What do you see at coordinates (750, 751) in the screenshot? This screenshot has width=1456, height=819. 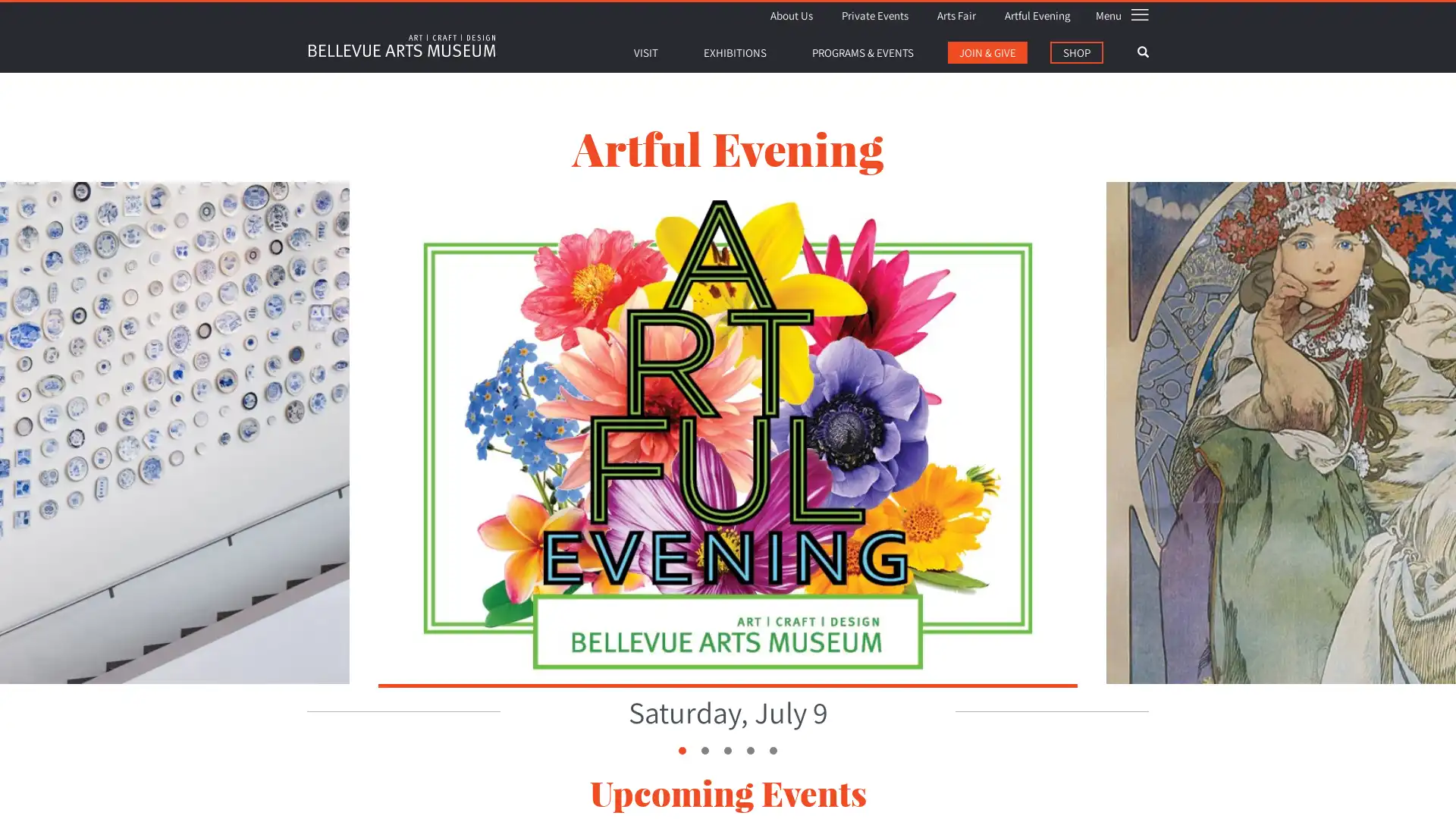 I see `4` at bounding box center [750, 751].